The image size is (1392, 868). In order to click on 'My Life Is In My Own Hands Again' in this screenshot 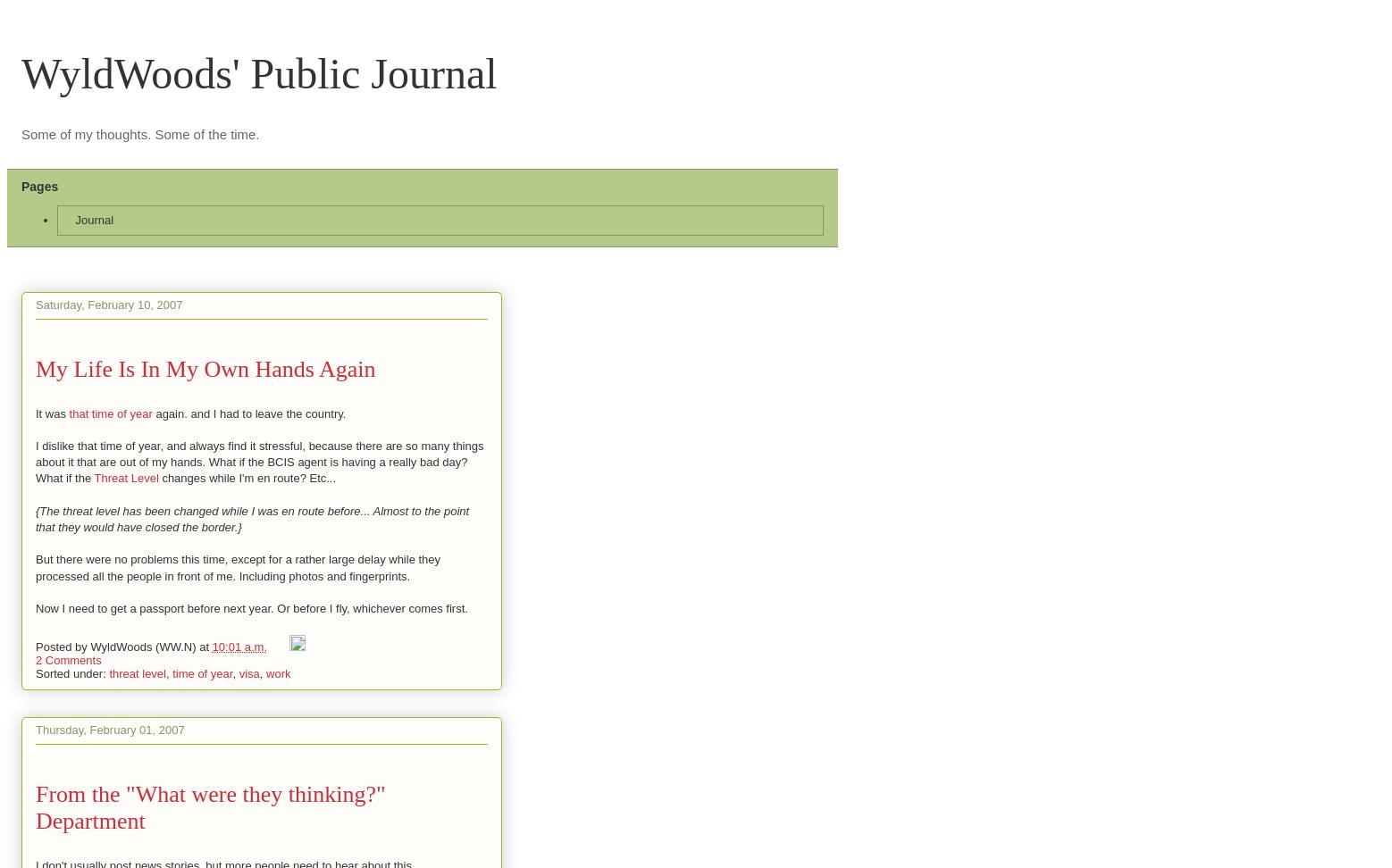, I will do `click(205, 368)`.